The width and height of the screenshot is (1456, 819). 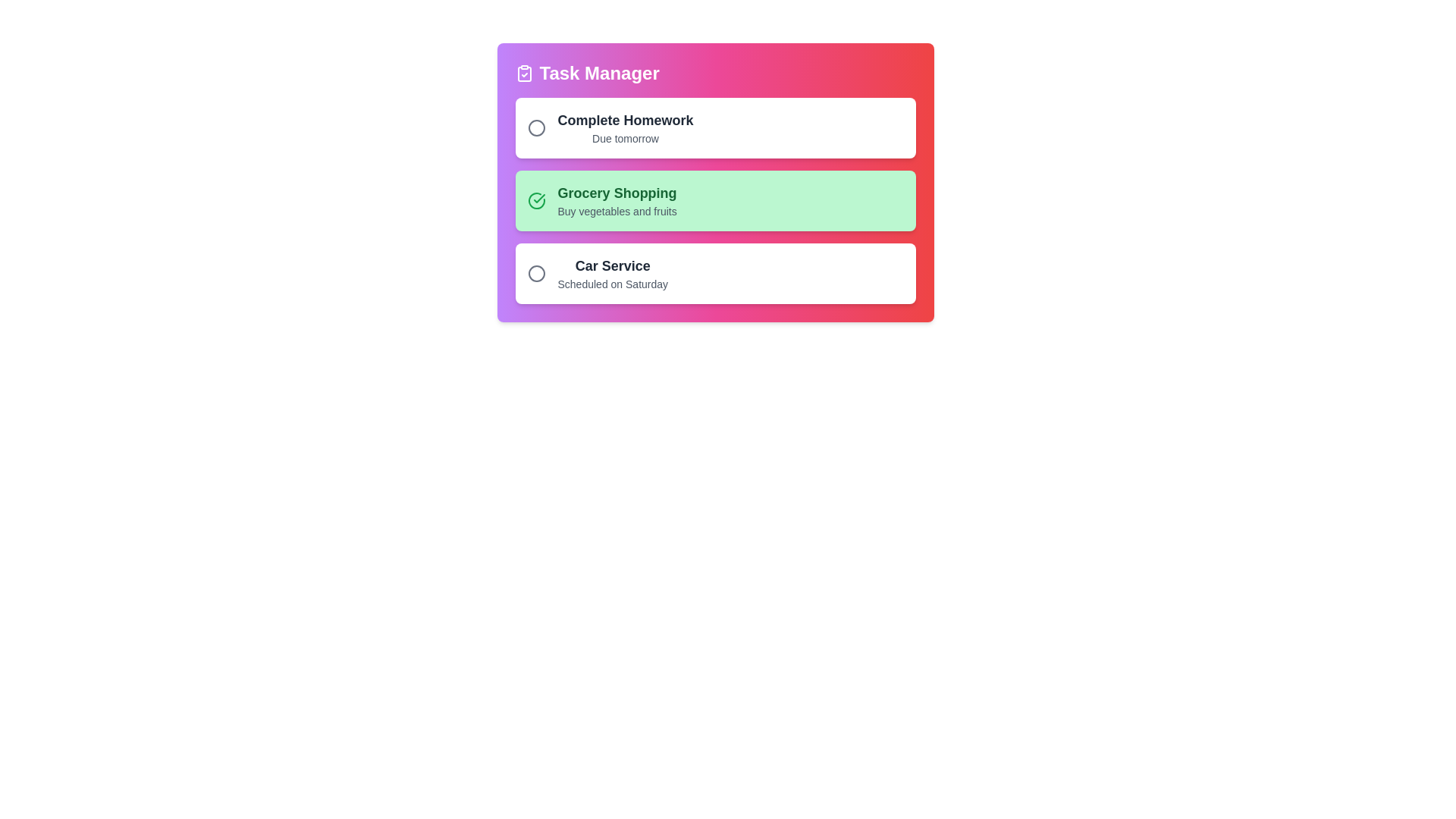 I want to click on the task item corresponding to Complete Homework, so click(x=714, y=127).